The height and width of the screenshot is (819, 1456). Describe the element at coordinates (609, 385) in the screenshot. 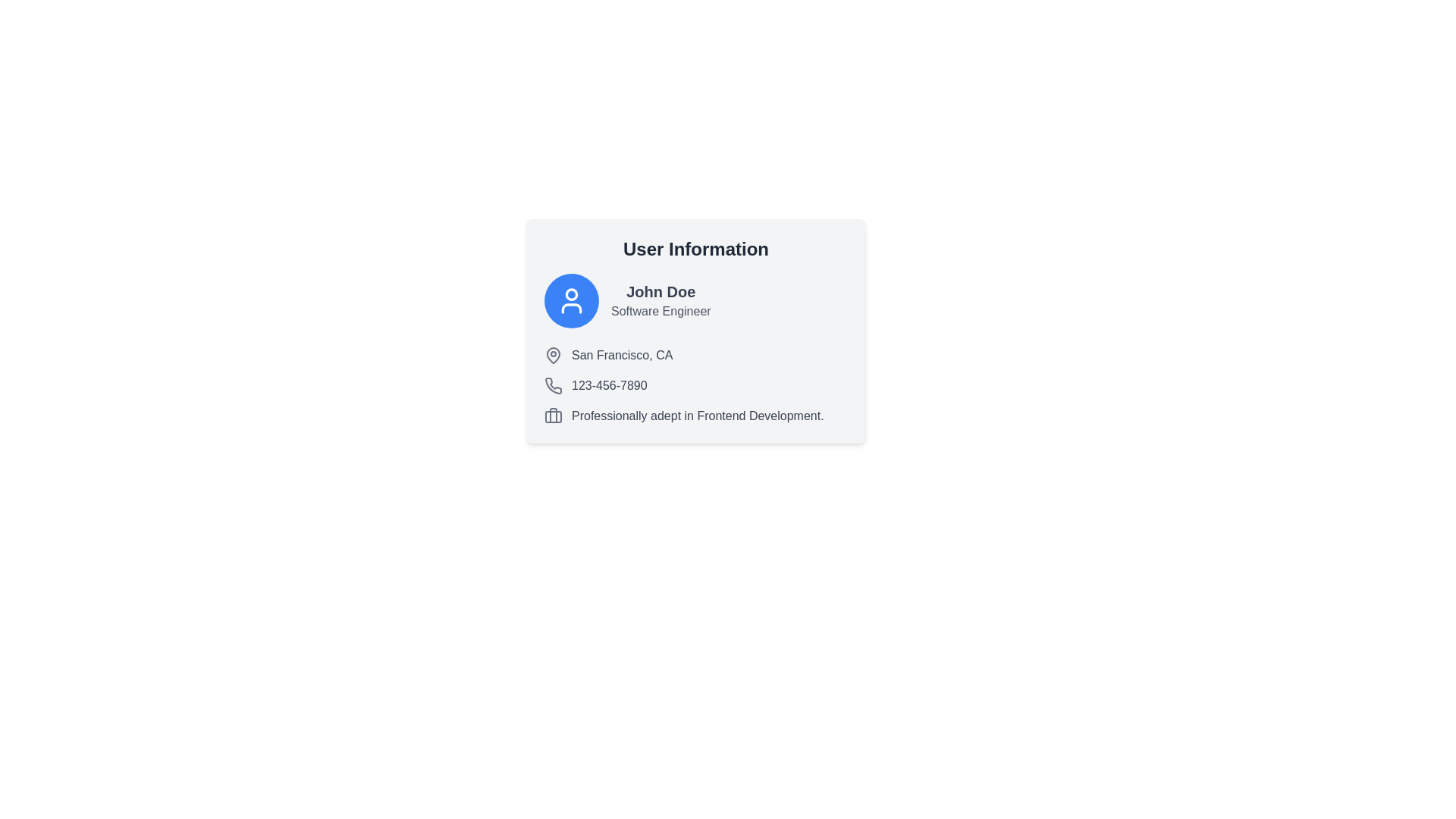

I see `the static text label displaying the user's phone number, located to the right of the phone icon in the contact information section of the user profile card` at that location.